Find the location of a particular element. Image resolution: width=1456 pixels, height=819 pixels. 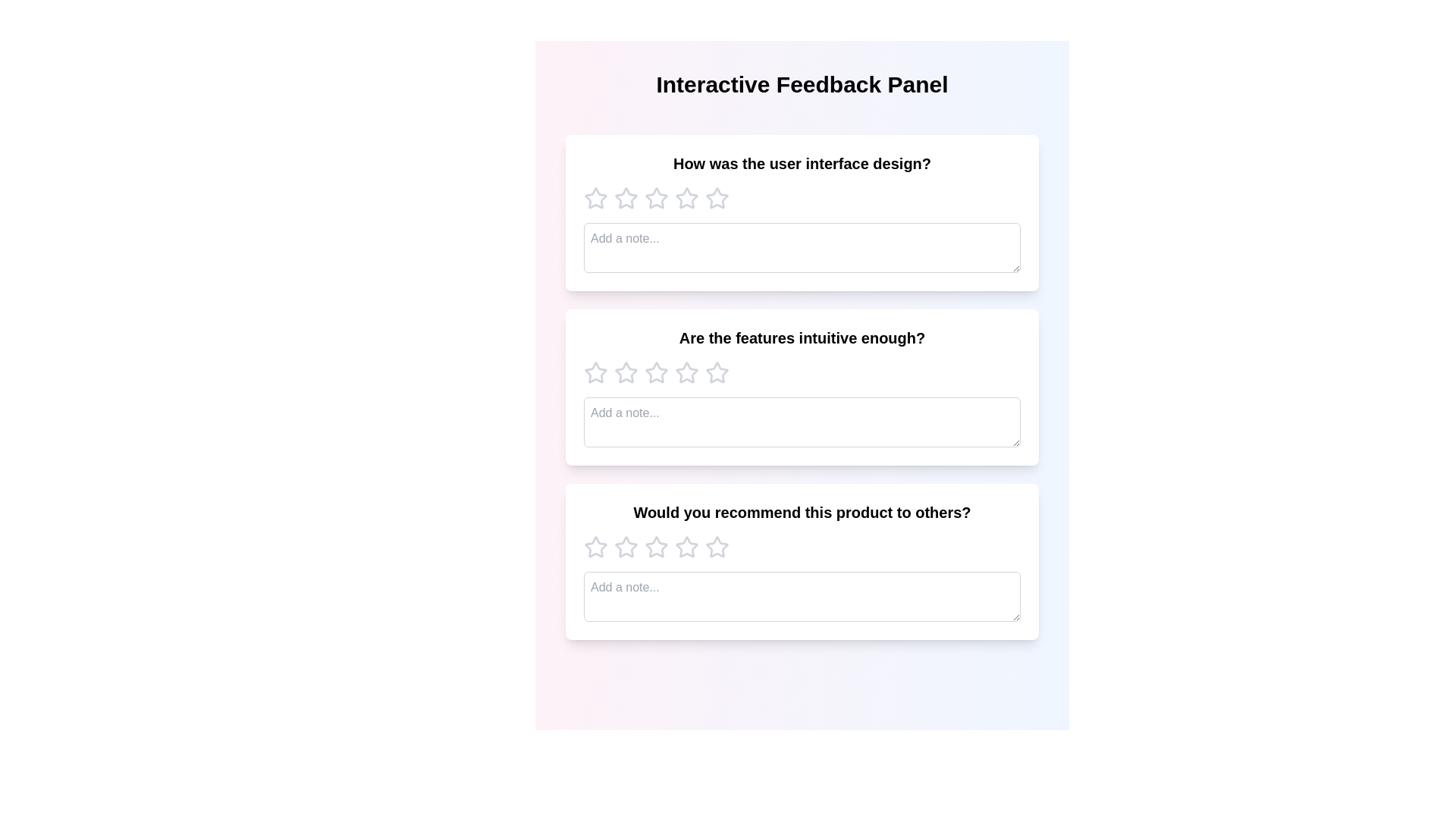

the rating for a feedback prompt to 3 stars is located at coordinates (656, 198).